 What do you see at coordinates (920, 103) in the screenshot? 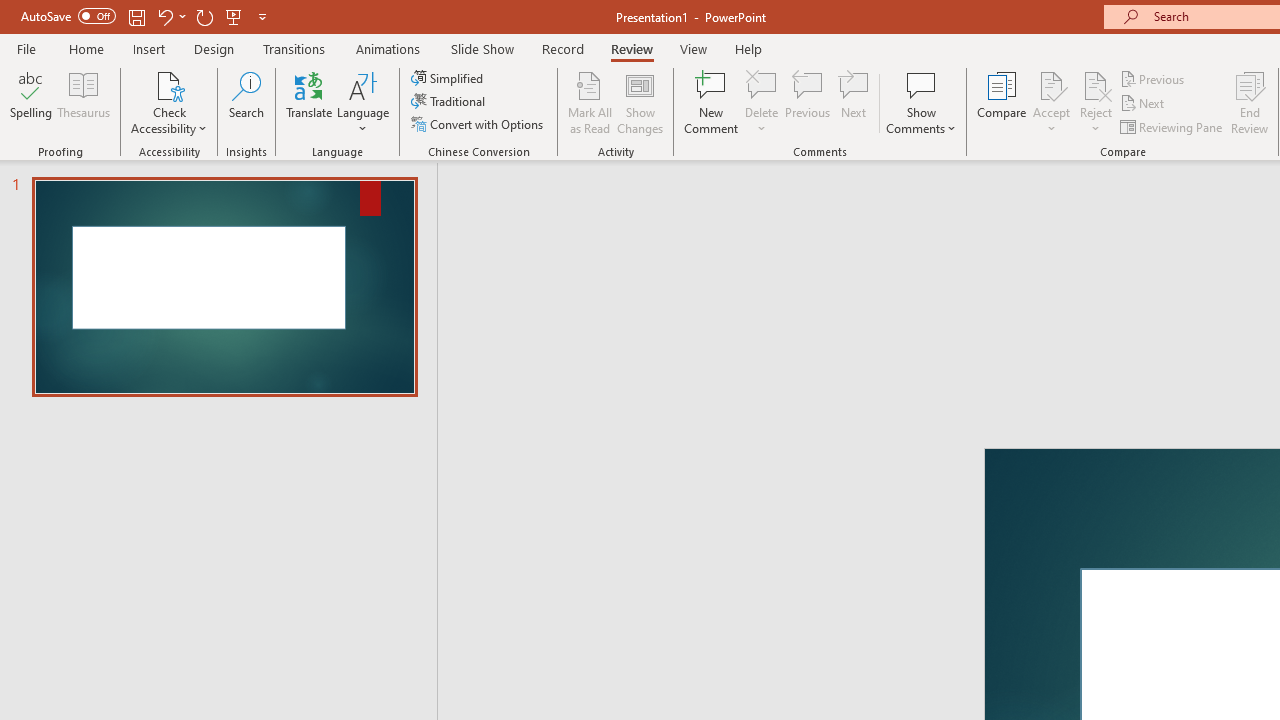
I see `'Show Comments'` at bounding box center [920, 103].